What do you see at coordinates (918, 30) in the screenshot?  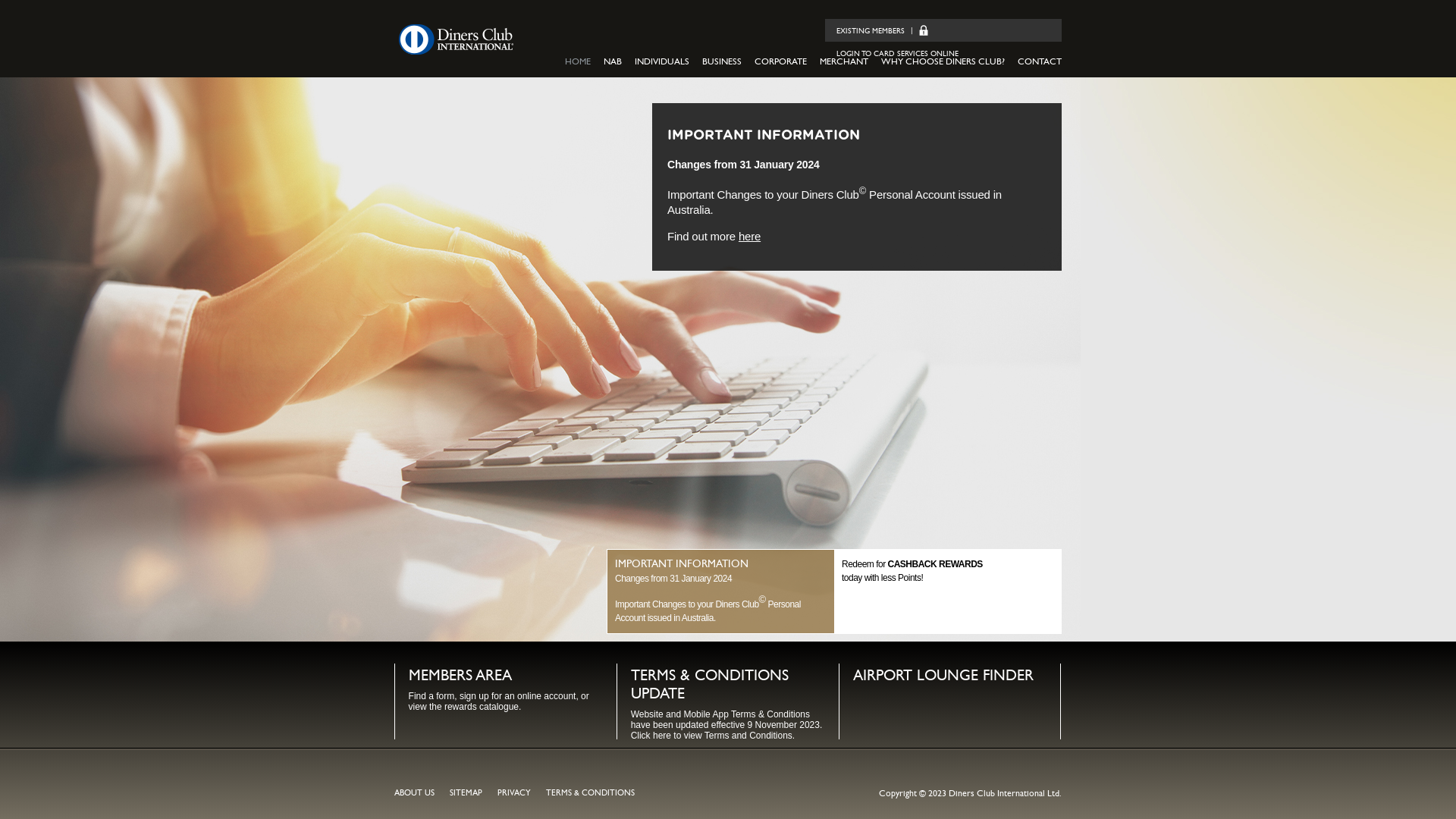 I see `'Login'` at bounding box center [918, 30].